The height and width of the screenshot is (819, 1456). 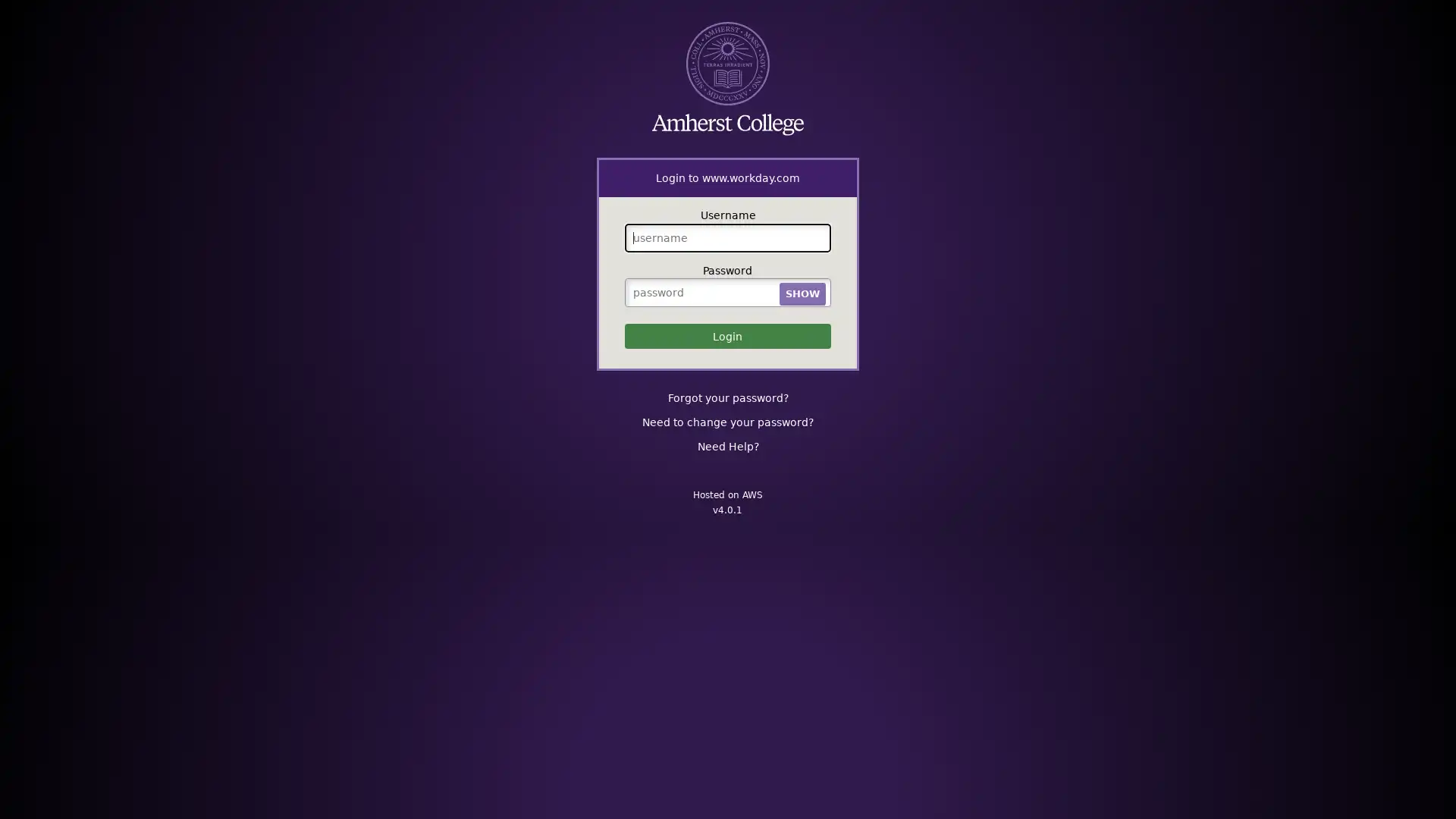 I want to click on Login, so click(x=726, y=335).